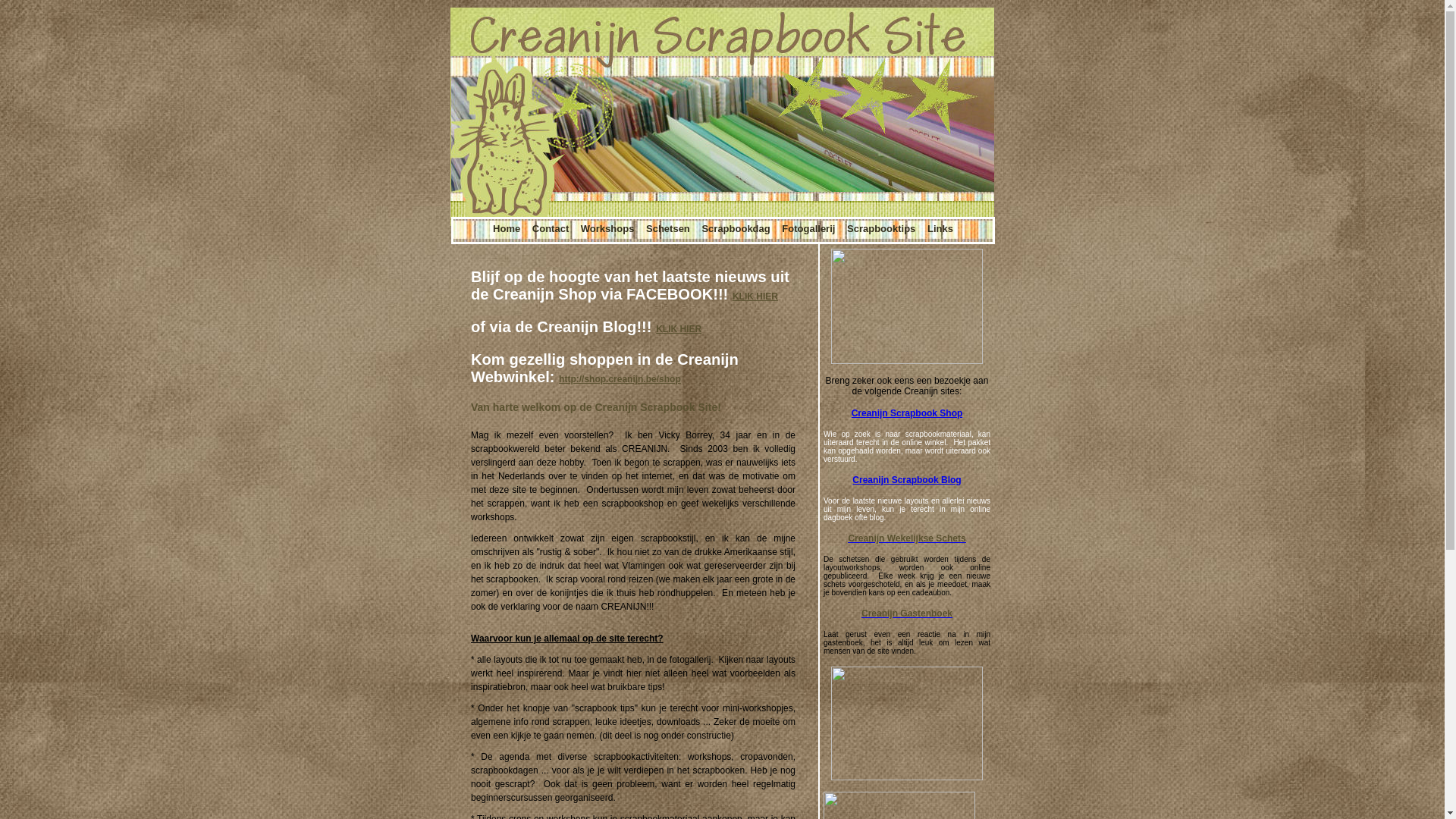 This screenshot has height=819, width=1456. I want to click on 'Links', so click(939, 228).